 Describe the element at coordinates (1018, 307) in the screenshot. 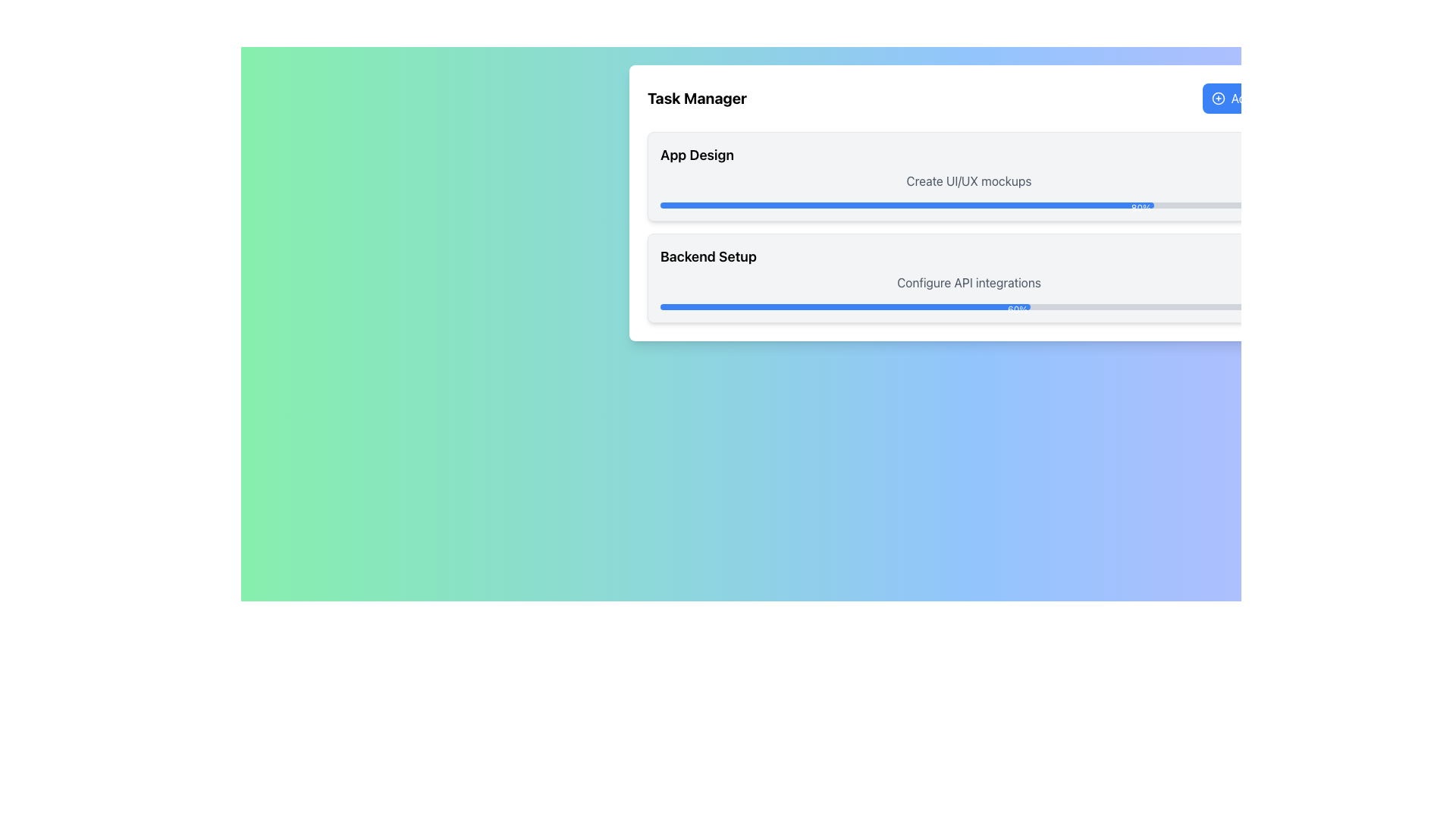

I see `the Text Label that indicates the progress at '60%' completion, located at the right end of the second progress bar` at that location.